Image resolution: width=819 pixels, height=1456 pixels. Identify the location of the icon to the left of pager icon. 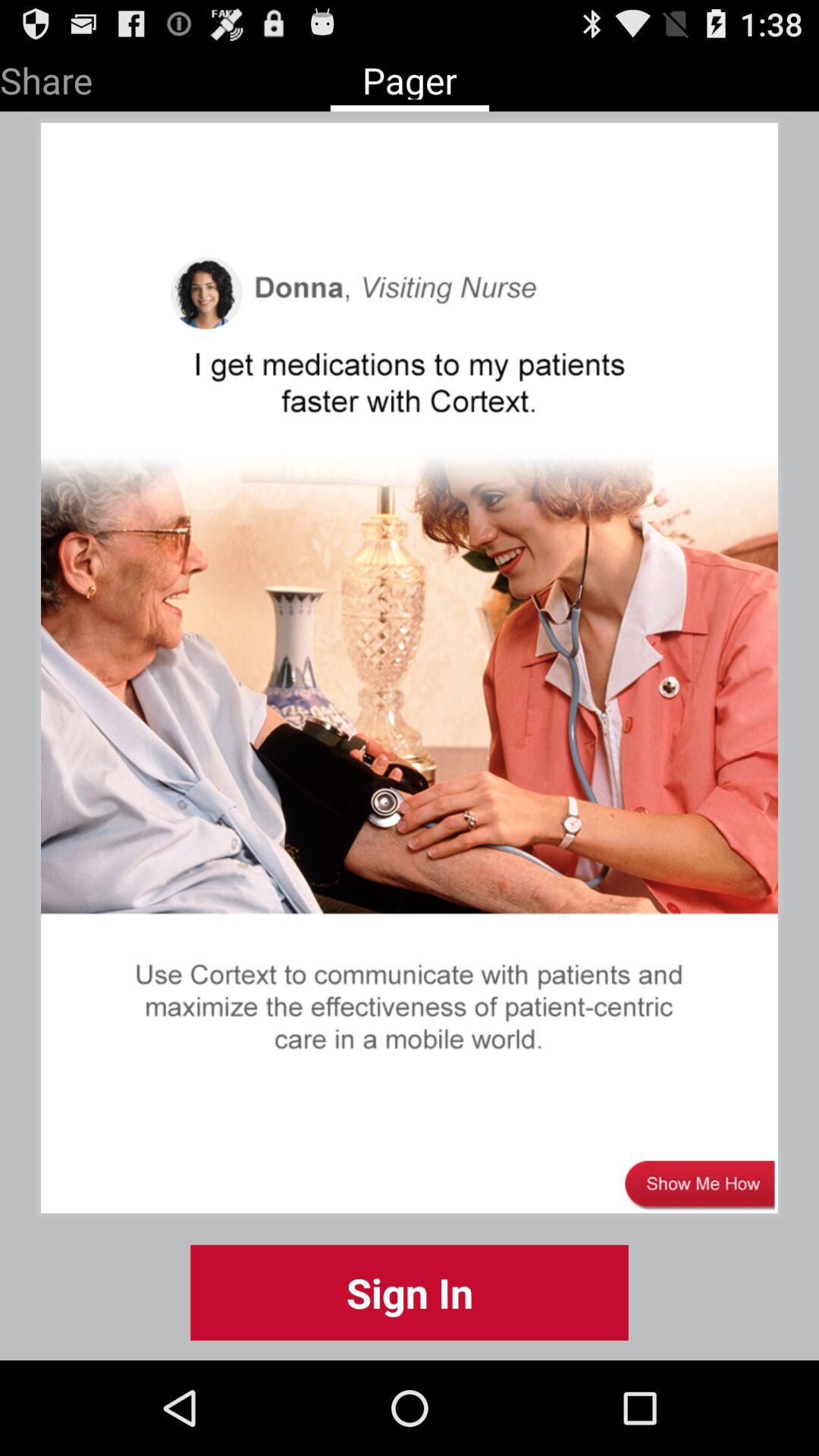
(45, 77).